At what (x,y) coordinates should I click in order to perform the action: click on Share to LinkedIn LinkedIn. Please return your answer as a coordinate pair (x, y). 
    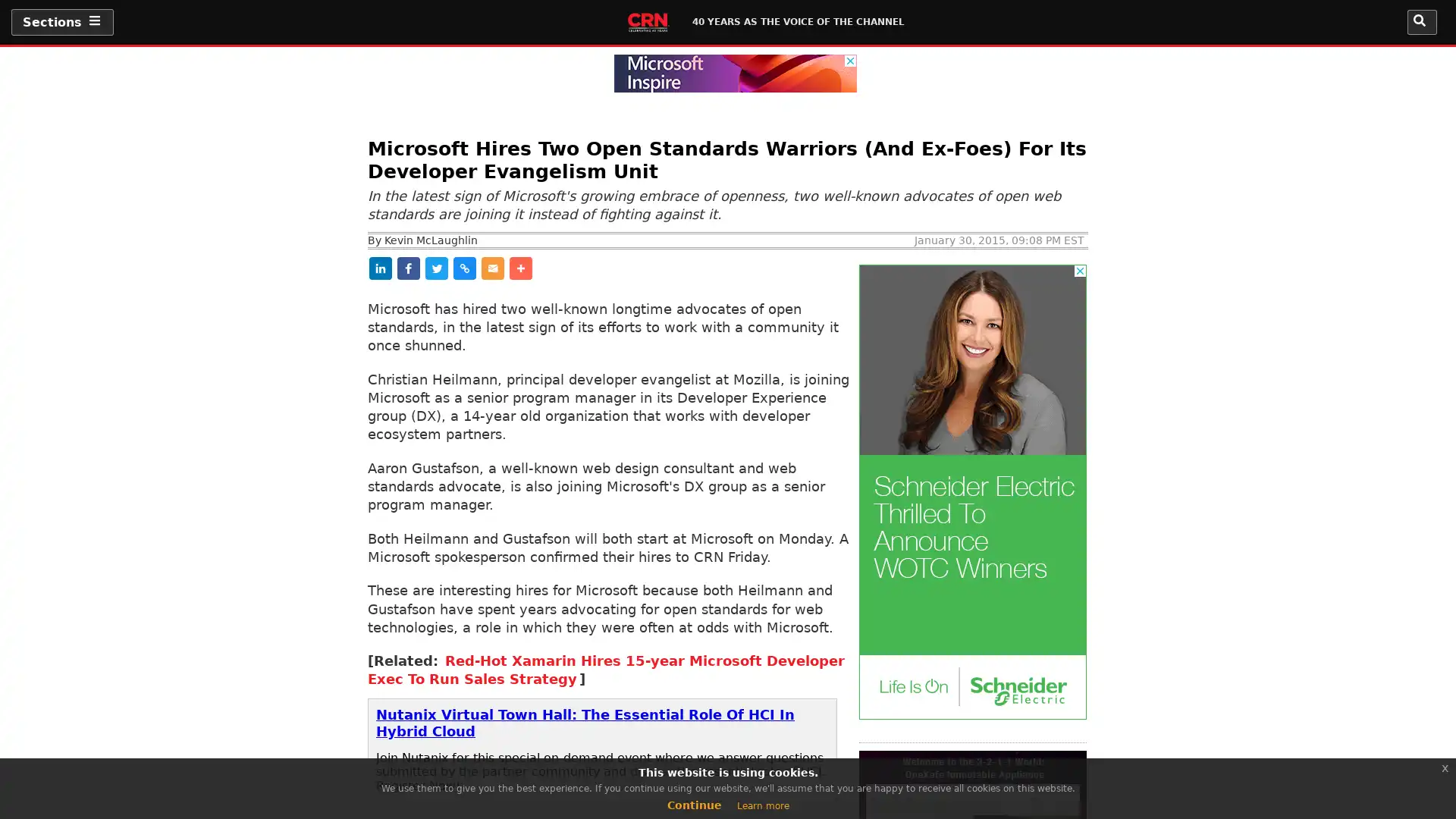
    Looking at the image, I should click on (405, 267).